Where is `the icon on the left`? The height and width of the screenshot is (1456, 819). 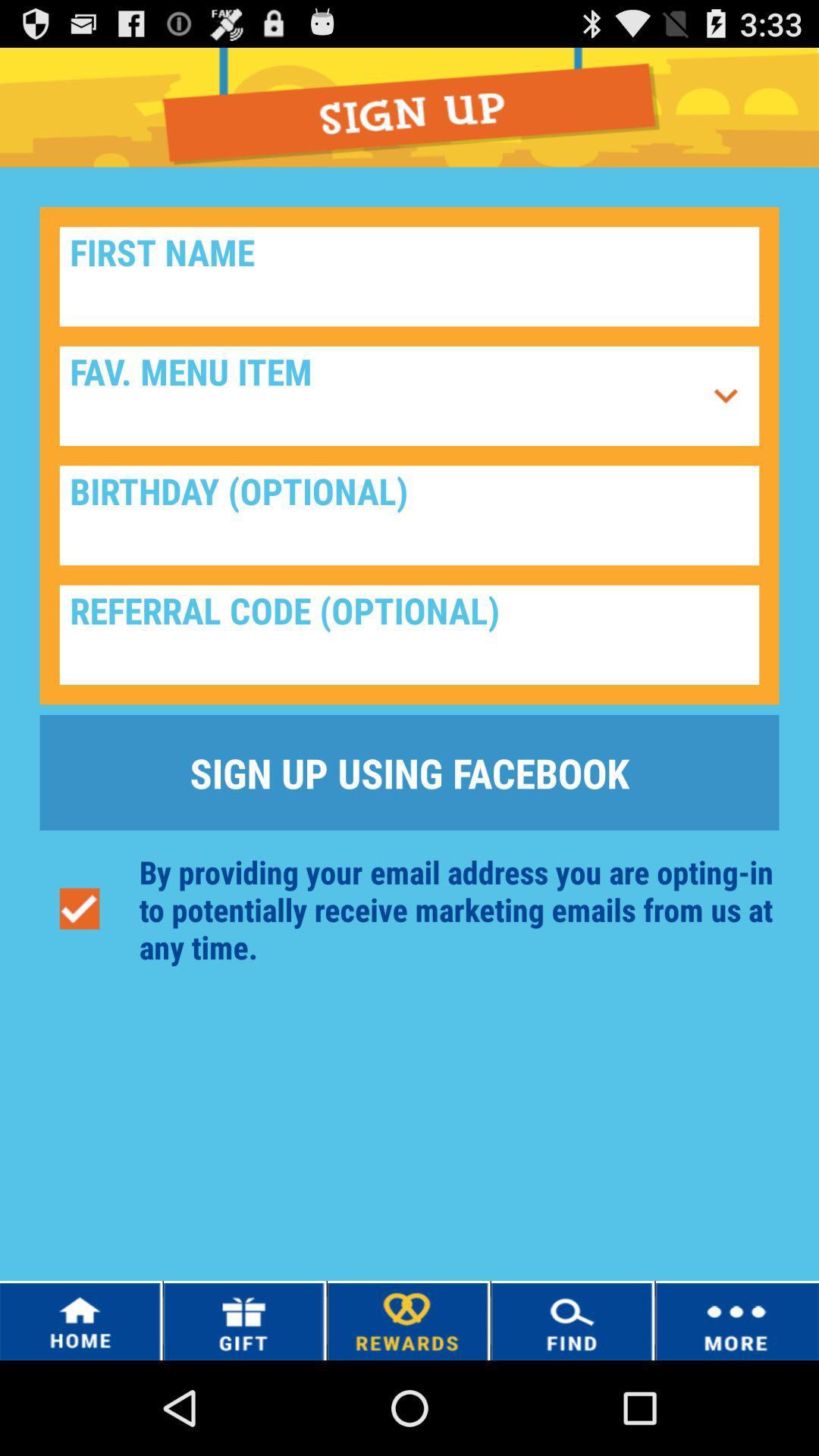
the icon on the left is located at coordinates (79, 909).